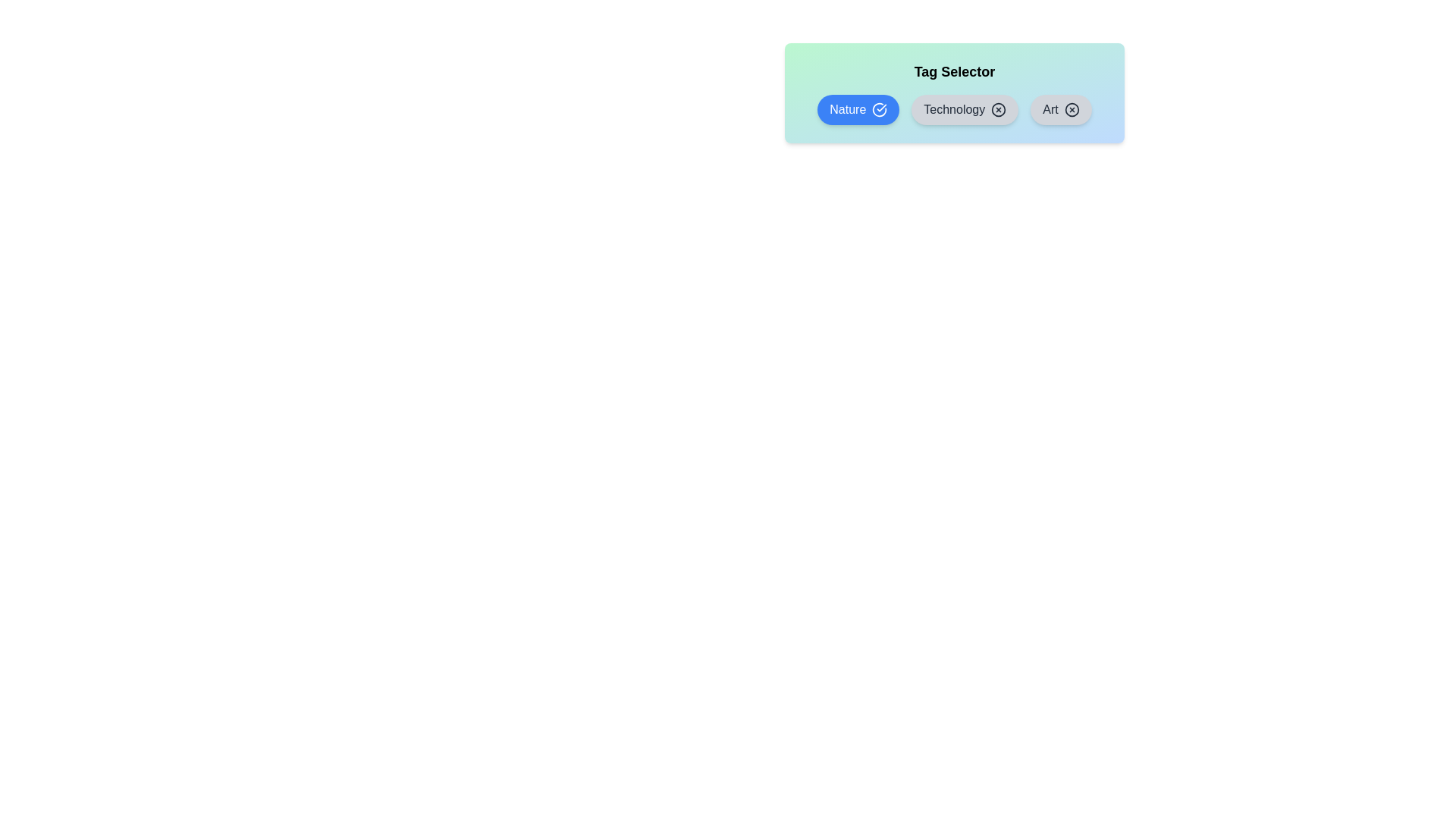 The width and height of the screenshot is (1456, 819). I want to click on the tag Nature to observe the hover effect, so click(858, 109).